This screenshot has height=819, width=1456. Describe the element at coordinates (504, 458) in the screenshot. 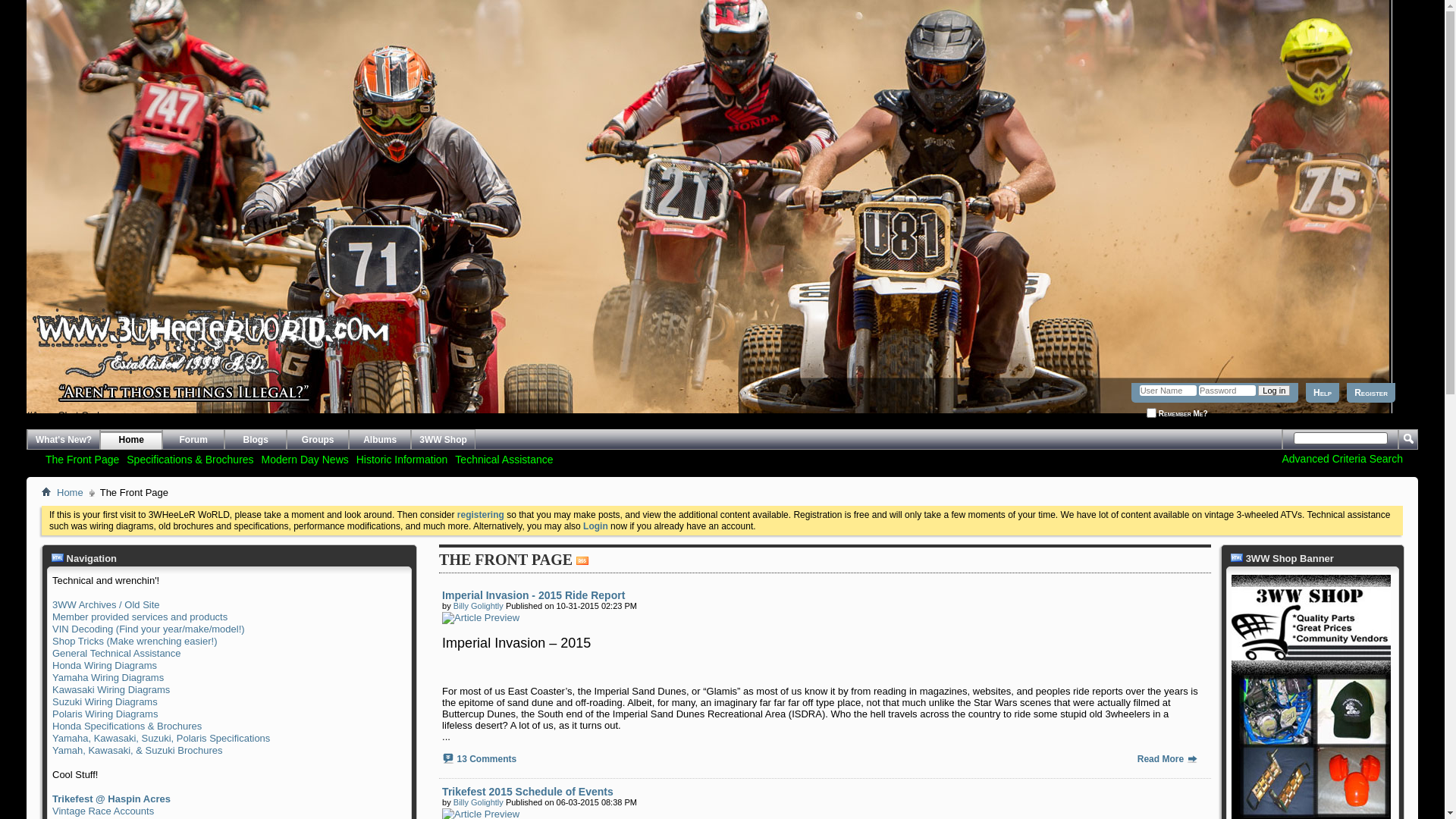

I see `'Technical Assistance'` at that location.